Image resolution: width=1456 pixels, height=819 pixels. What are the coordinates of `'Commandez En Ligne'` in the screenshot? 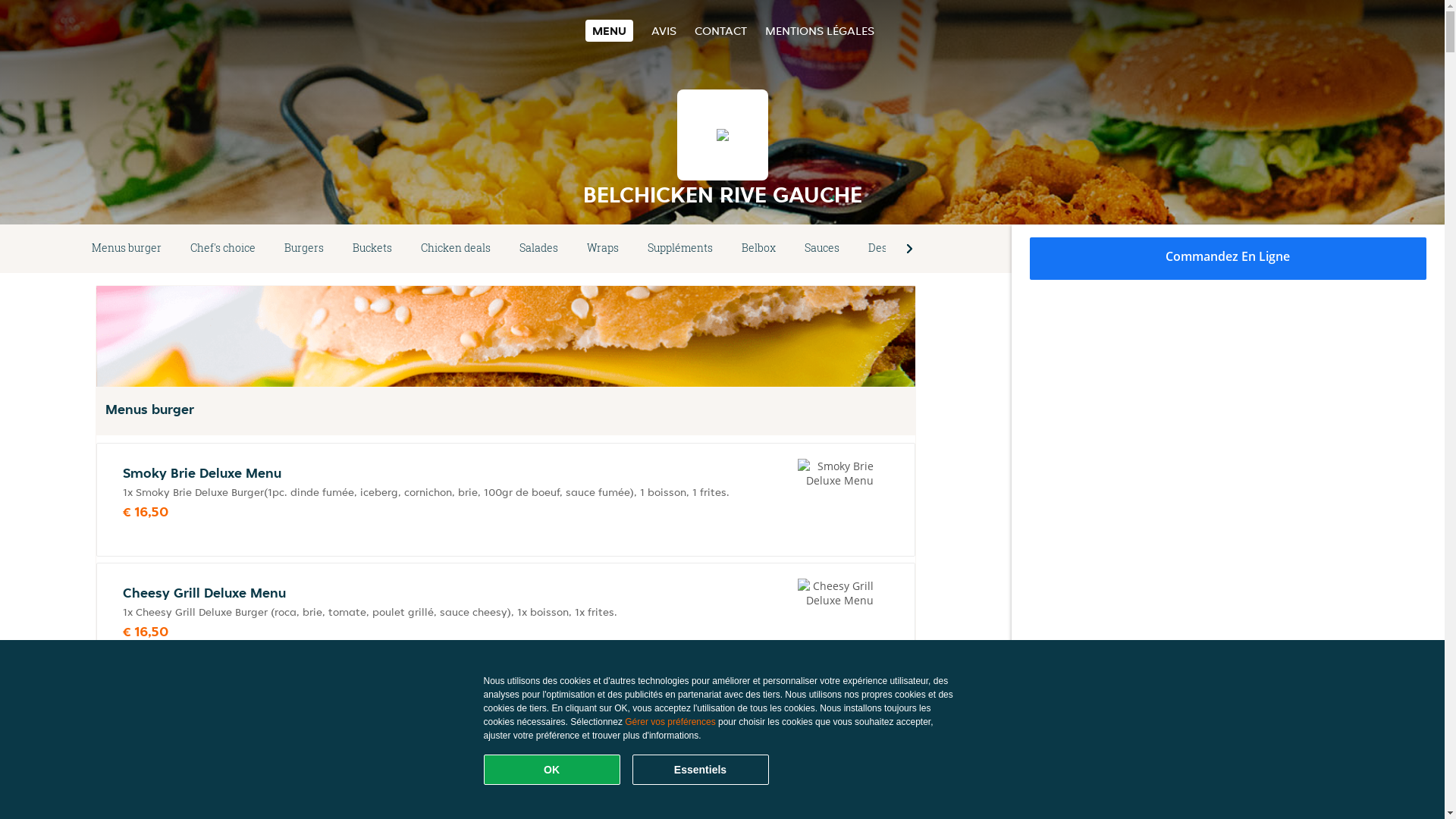 It's located at (1228, 257).